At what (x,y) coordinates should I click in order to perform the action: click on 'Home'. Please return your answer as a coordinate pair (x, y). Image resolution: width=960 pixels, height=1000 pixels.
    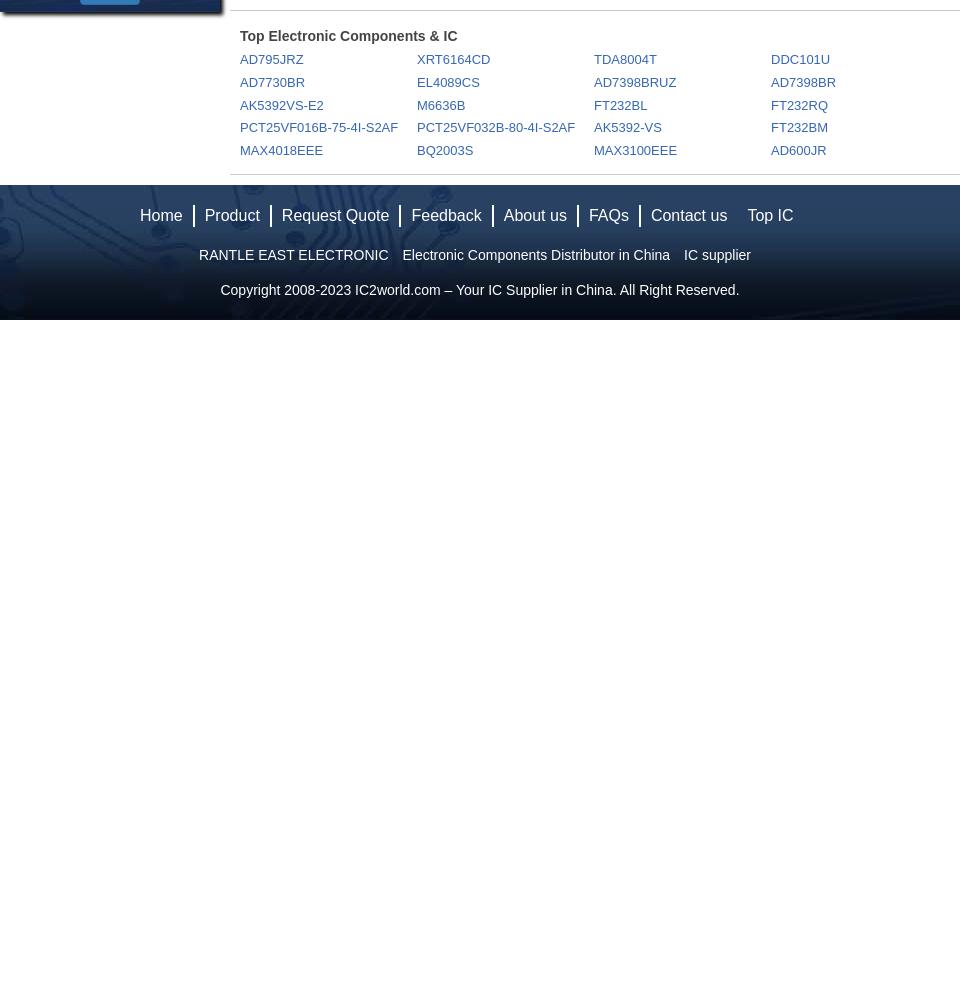
    Looking at the image, I should click on (159, 214).